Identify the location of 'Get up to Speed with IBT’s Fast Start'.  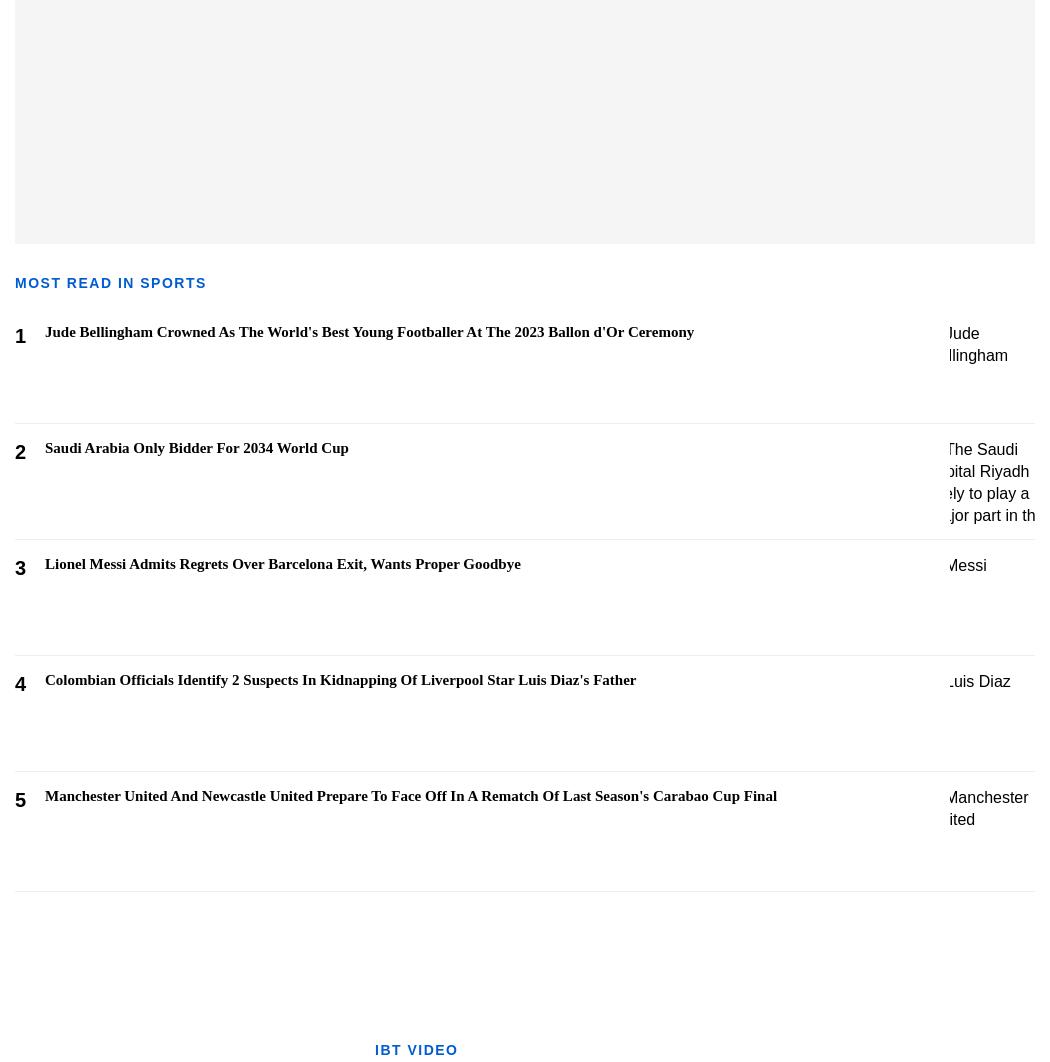
(923, 931).